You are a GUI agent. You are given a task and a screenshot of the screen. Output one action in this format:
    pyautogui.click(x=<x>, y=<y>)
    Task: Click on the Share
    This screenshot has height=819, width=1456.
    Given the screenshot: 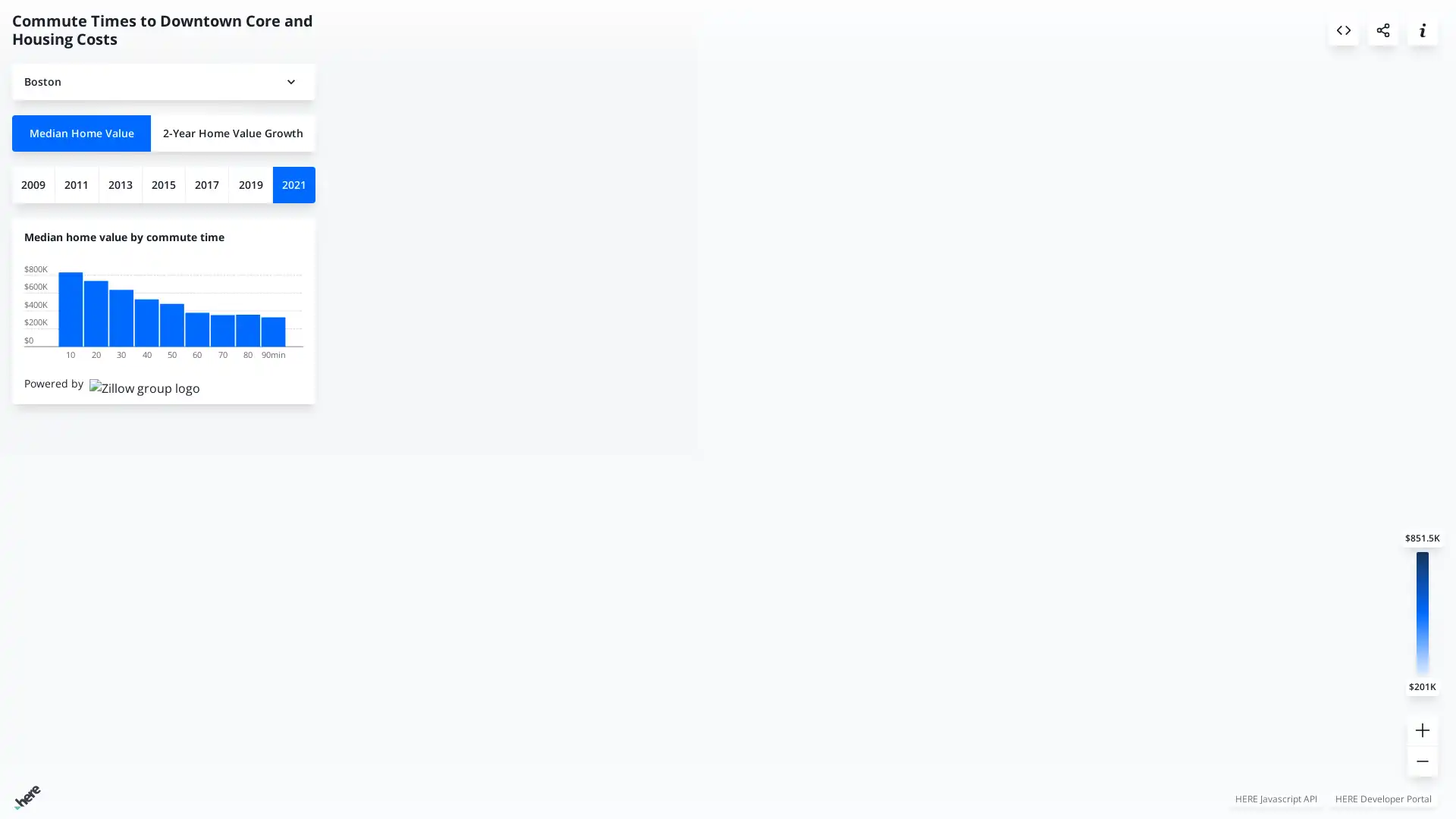 What is the action you would take?
    pyautogui.click(x=1383, y=30)
    